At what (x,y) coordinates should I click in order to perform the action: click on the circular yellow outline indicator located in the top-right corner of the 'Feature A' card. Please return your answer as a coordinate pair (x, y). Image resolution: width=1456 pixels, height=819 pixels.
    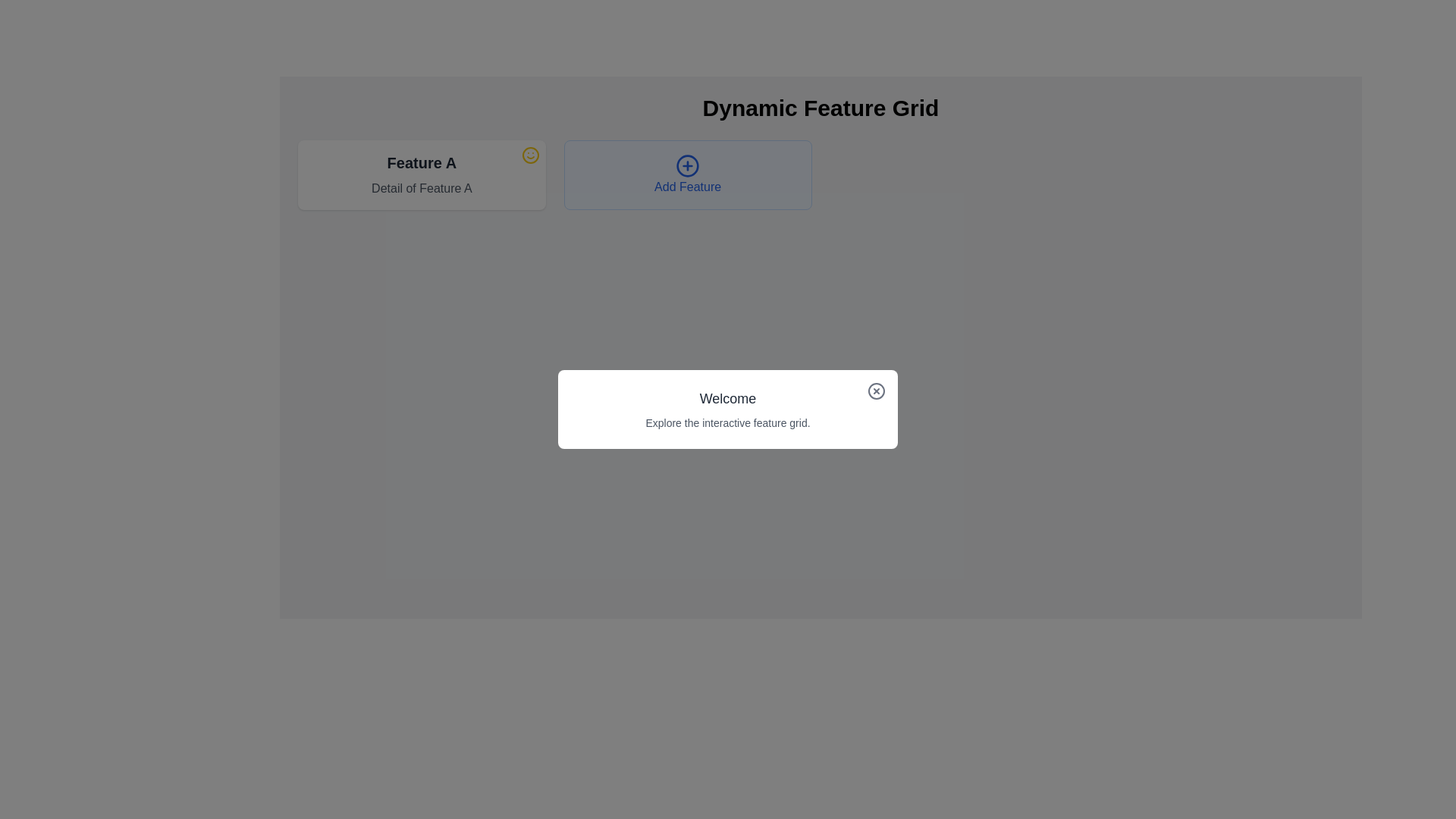
    Looking at the image, I should click on (530, 155).